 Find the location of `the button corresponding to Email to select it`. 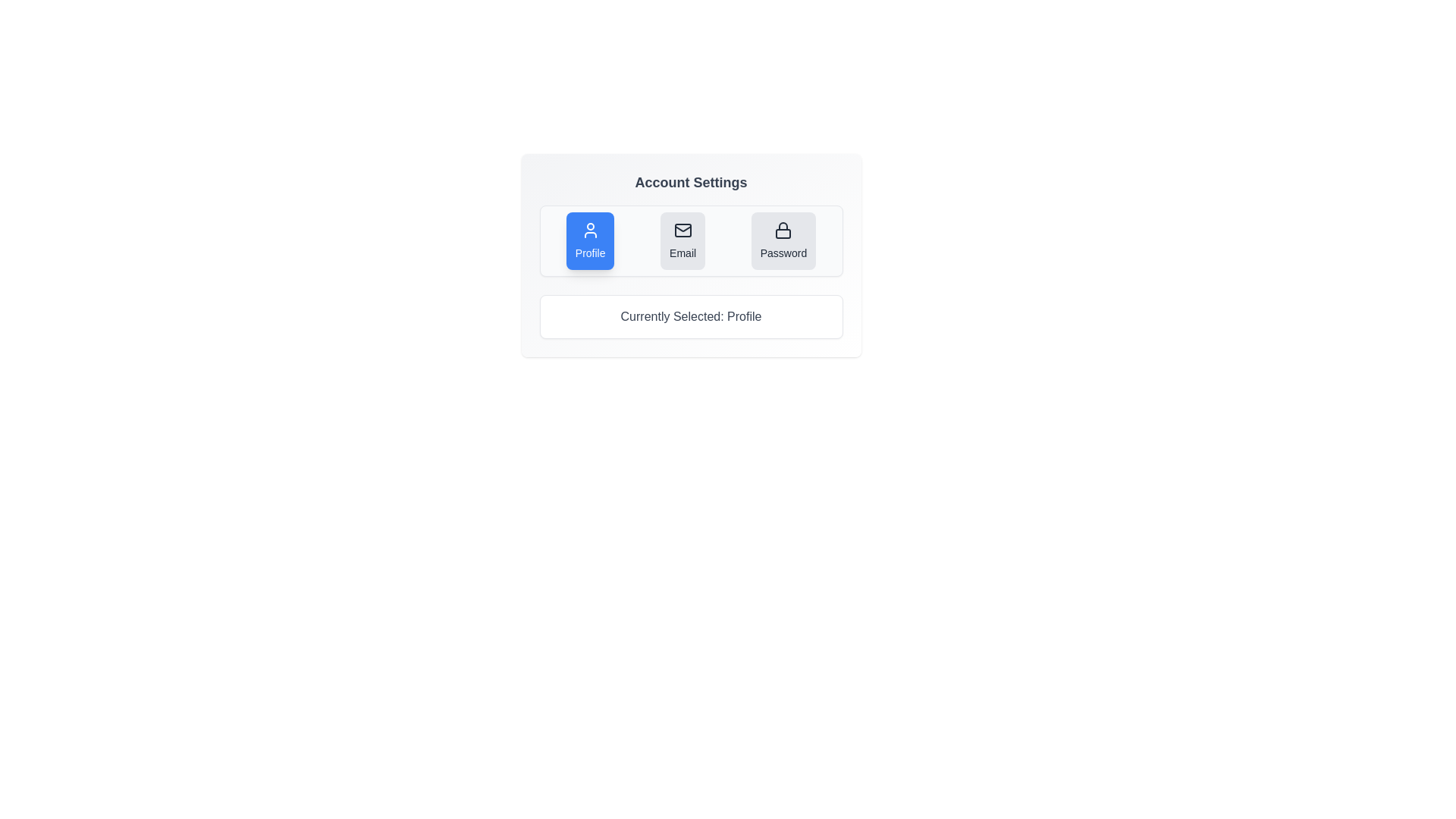

the button corresponding to Email to select it is located at coordinates (682, 240).